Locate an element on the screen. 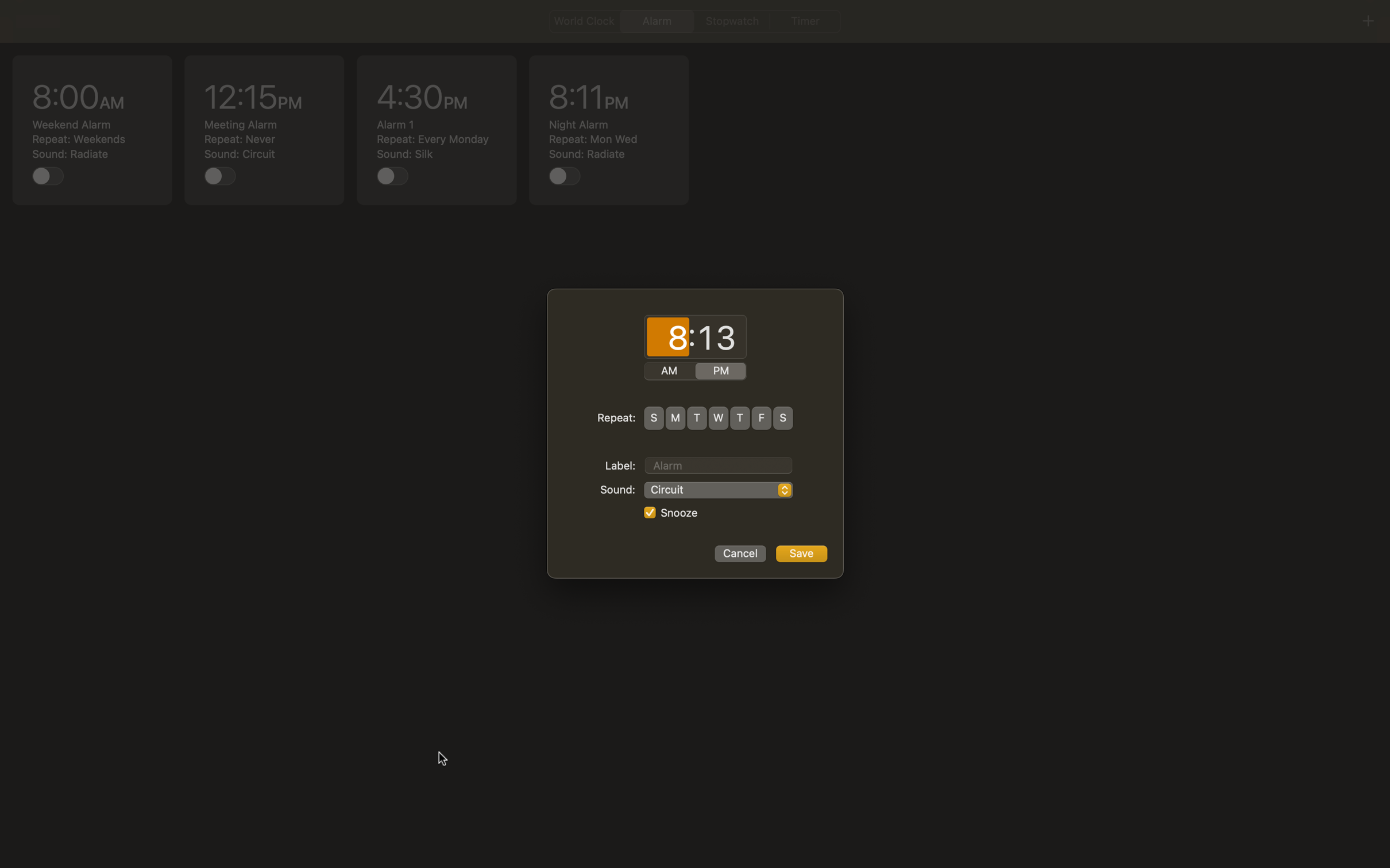 Image resolution: width=1390 pixels, height=868 pixels. Adjust the clock to 3:15 in the morning is located at coordinates (667, 338).